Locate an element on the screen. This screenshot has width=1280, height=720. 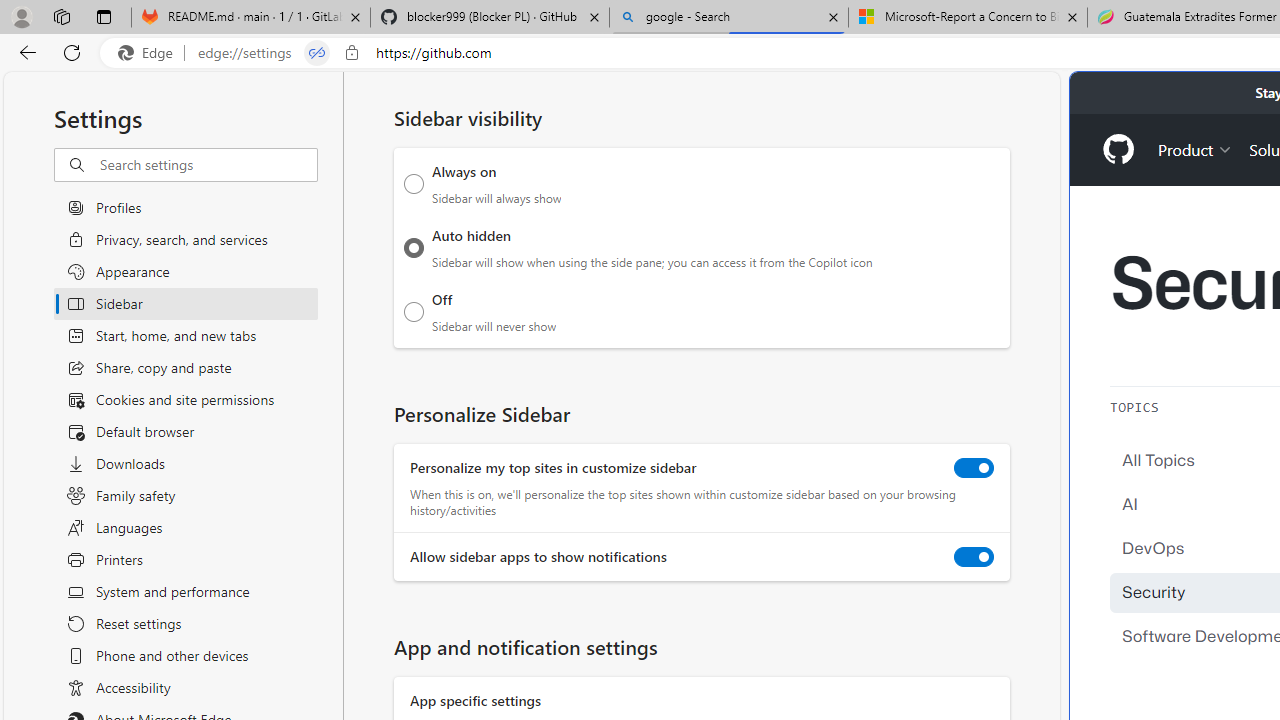
'Edge' is located at coordinates (149, 52).